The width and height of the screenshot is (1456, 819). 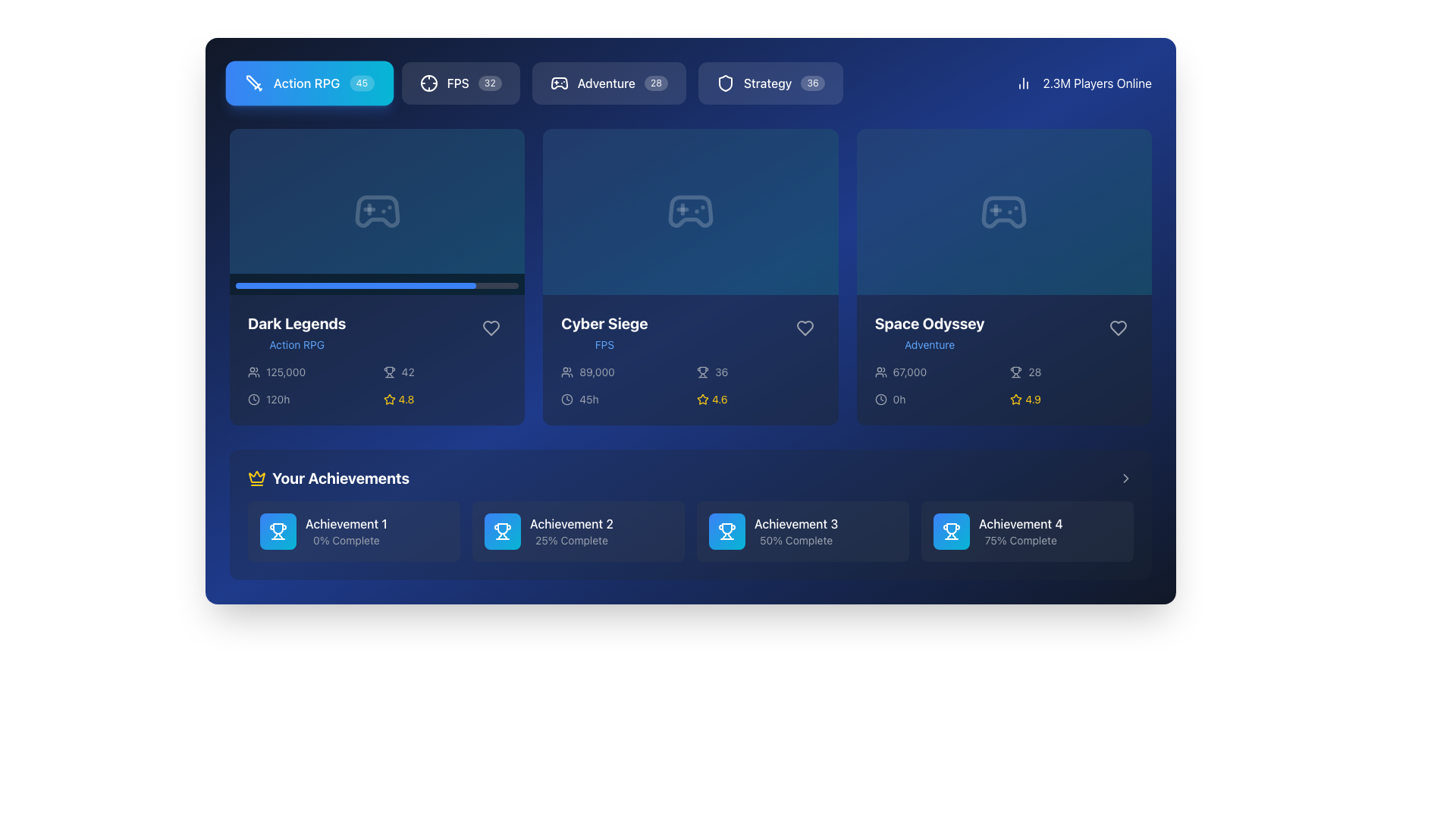 I want to click on the Text display that reads 'Space Odyssey' with a smaller subtitle 'Adventure', located in the third card of a horizontal list of cards, so click(x=929, y=332).